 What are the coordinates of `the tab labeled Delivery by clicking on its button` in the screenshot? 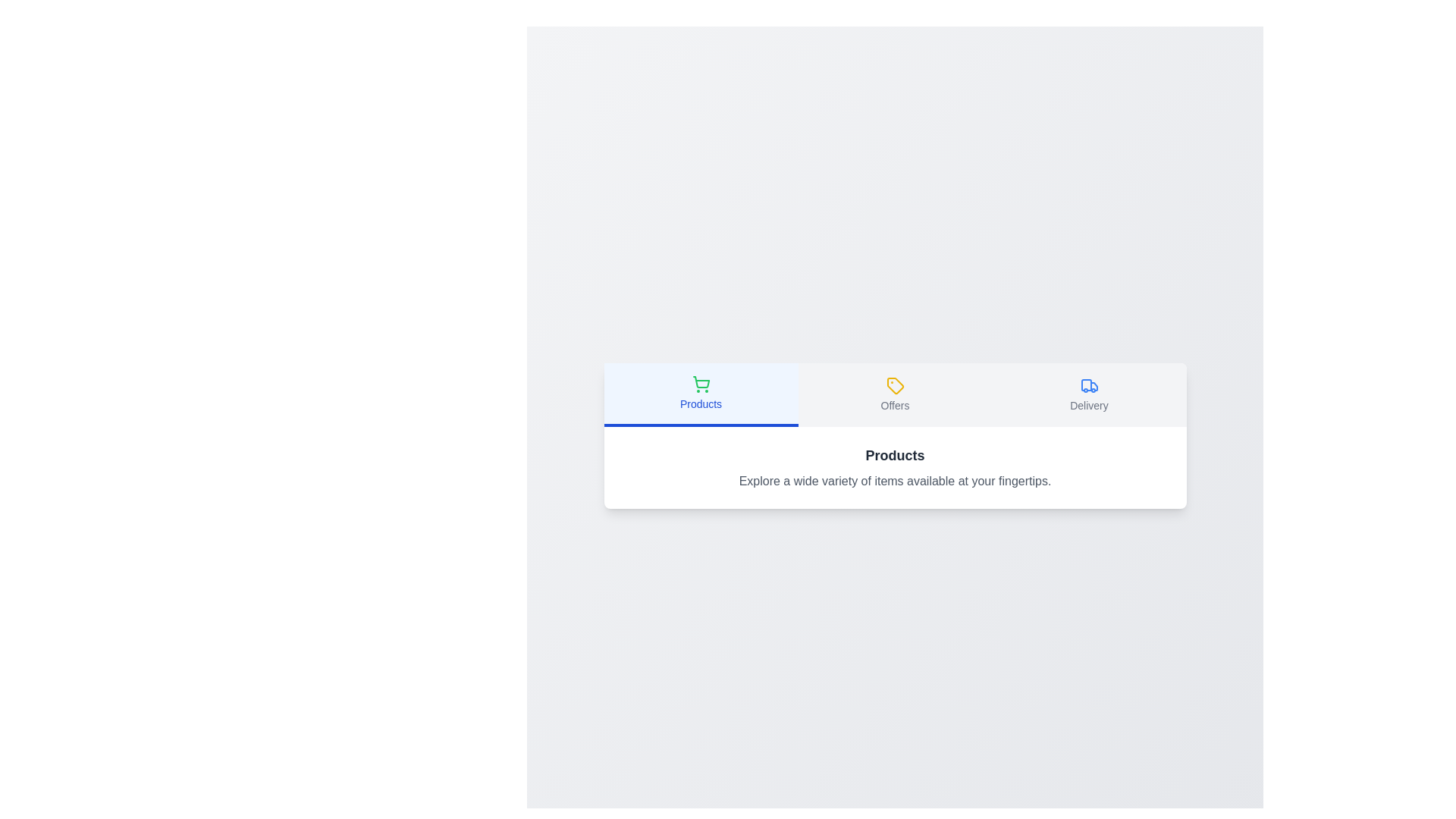 It's located at (1088, 394).